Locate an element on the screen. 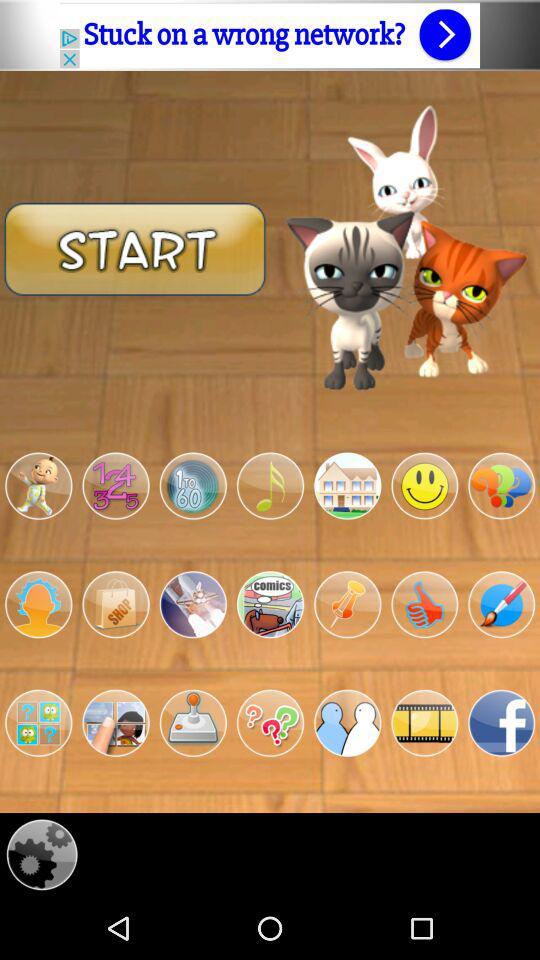  tap icon option is located at coordinates (270, 603).